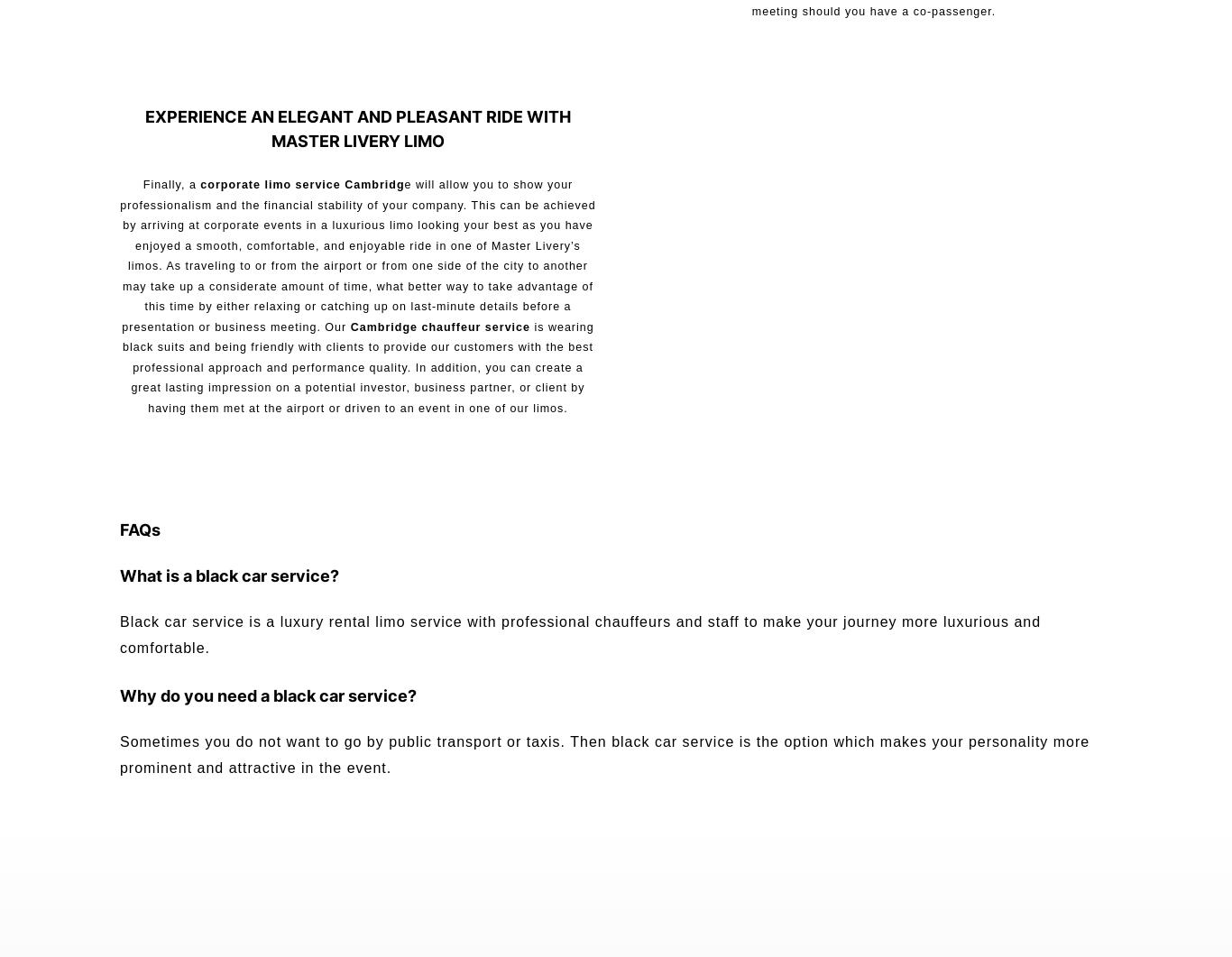  What do you see at coordinates (603, 753) in the screenshot?
I see `'Sometimes you do not want to go by public transport or taxis. Then black car service is the option which makes your personality more prominent and attractive in the event.'` at bounding box center [603, 753].